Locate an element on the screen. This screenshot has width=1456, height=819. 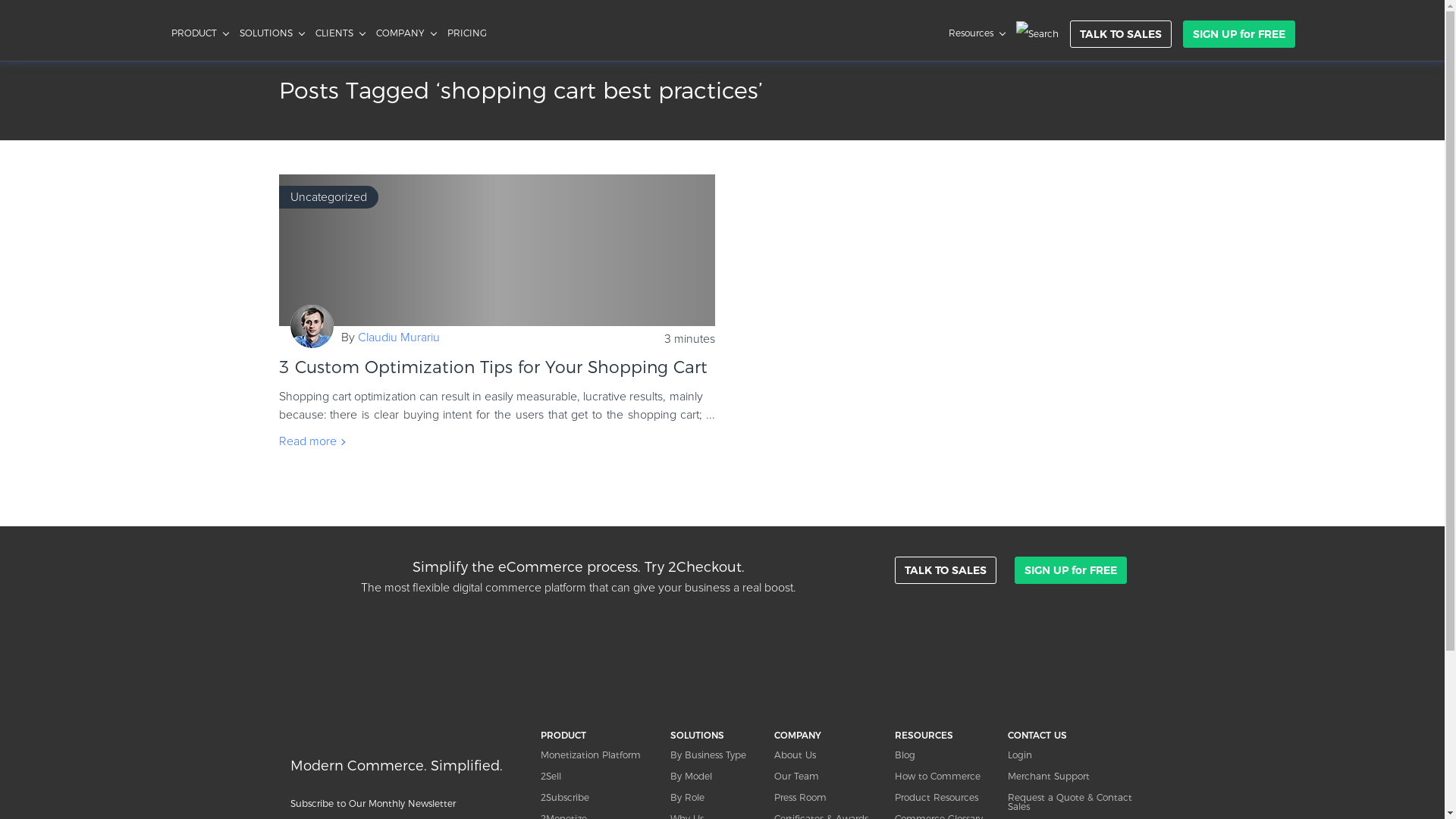
'Press Room' is located at coordinates (774, 797).